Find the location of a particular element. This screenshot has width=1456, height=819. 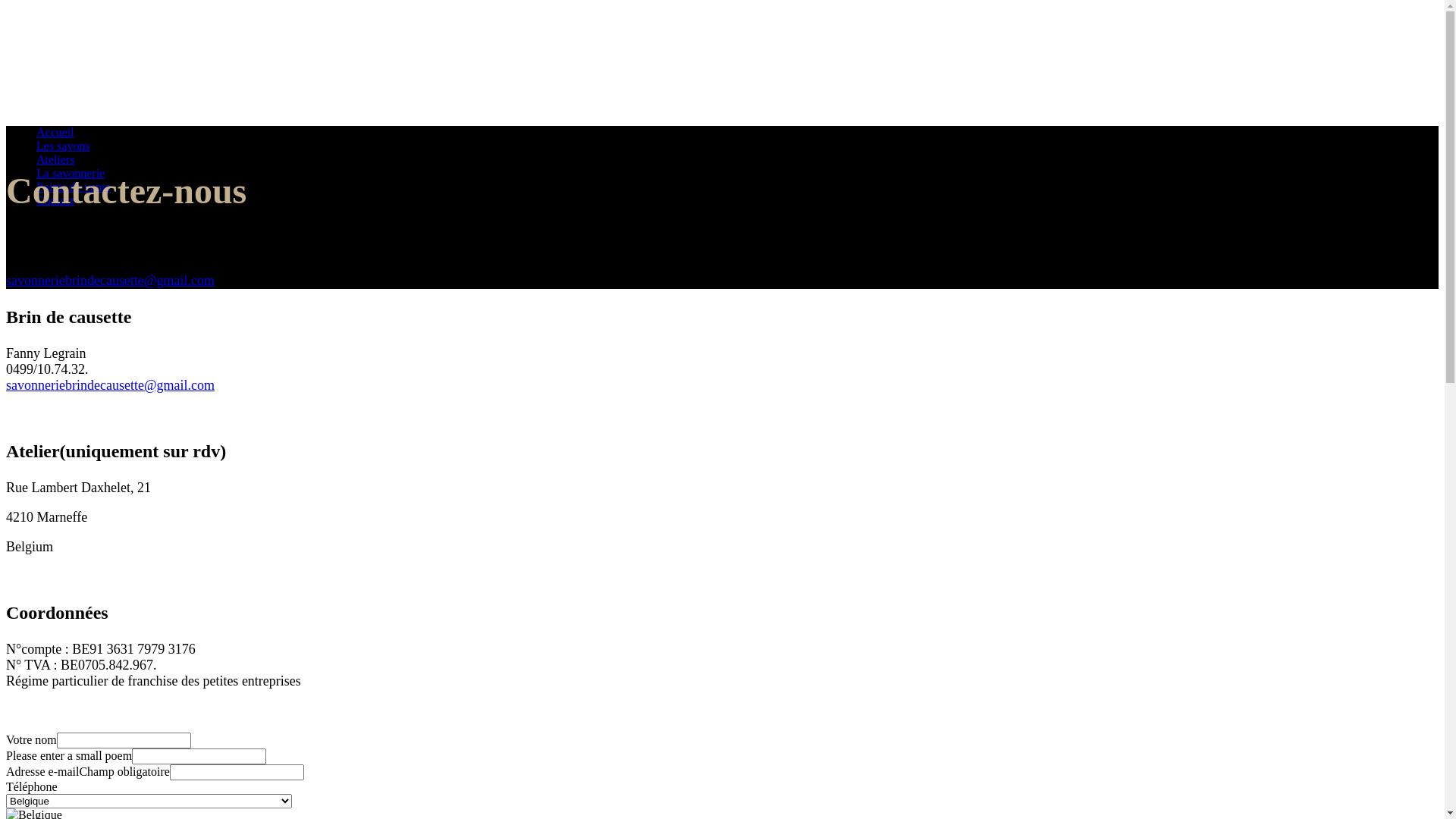

'savonneriebrindecausette@gmail.com' is located at coordinates (109, 281).